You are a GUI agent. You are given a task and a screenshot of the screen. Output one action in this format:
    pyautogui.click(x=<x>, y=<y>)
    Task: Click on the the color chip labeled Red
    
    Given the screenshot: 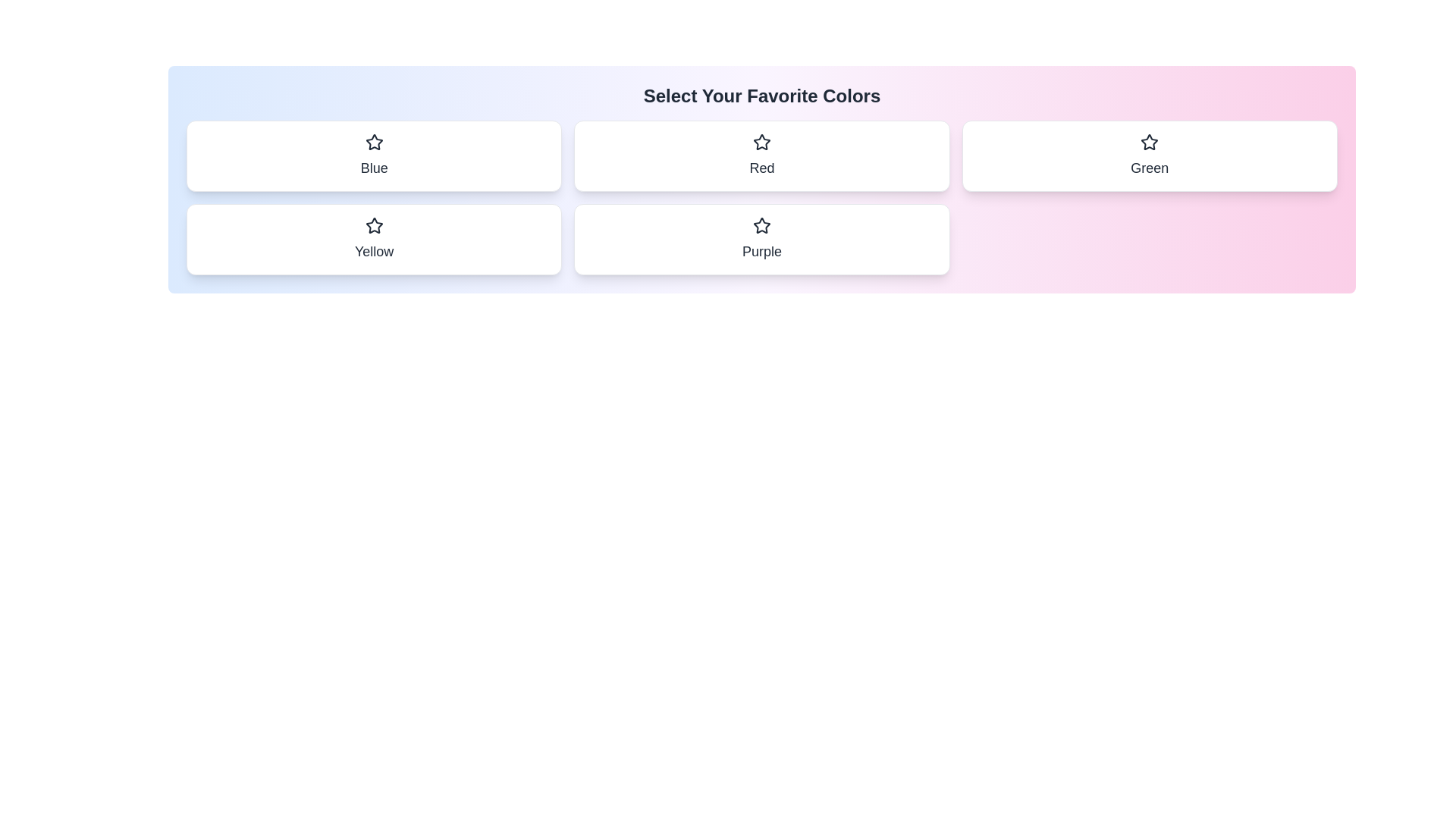 What is the action you would take?
    pyautogui.click(x=761, y=155)
    